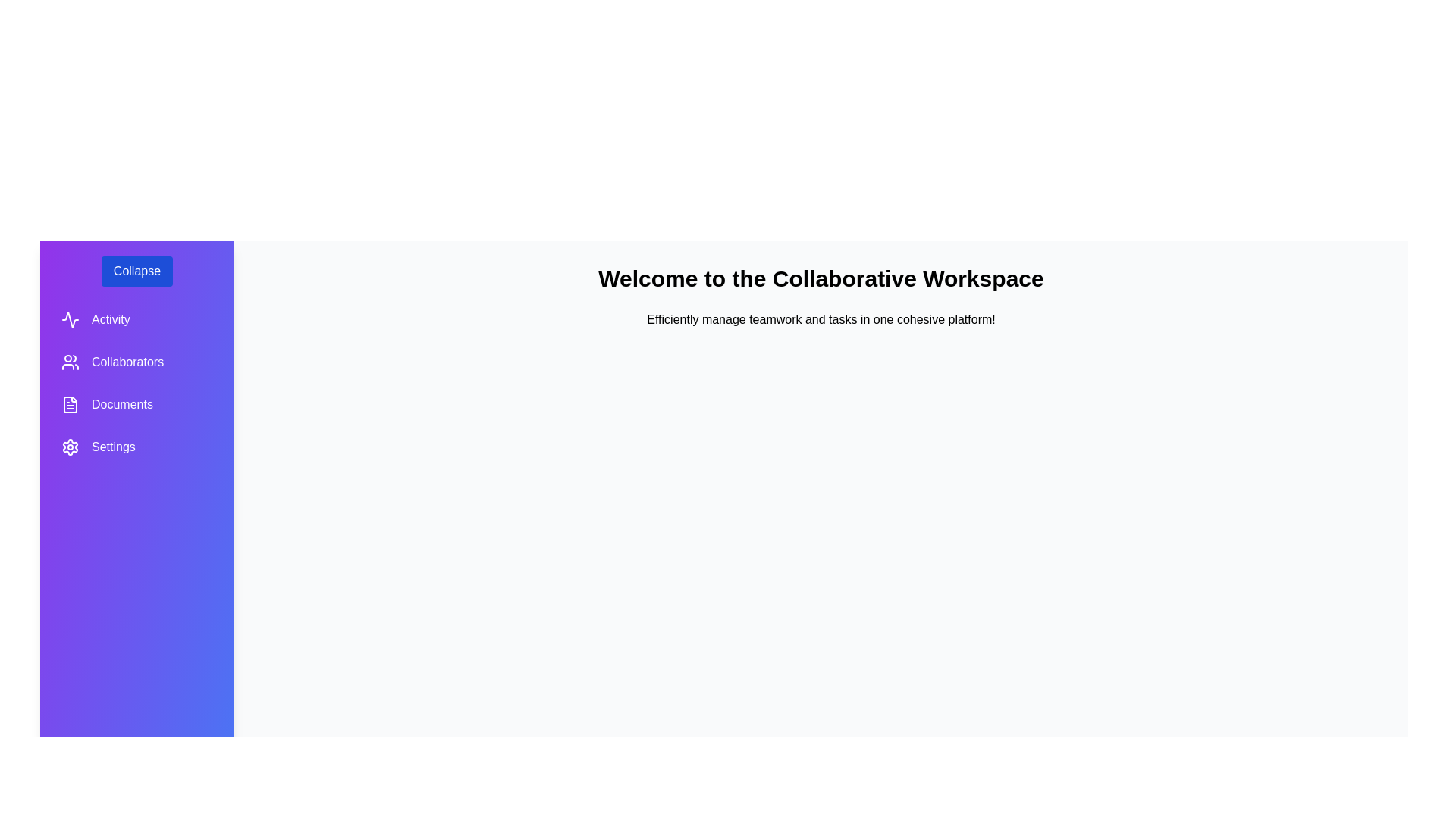 The image size is (1456, 819). Describe the element at coordinates (821, 318) in the screenshot. I see `the non-interactive element labeled Efficiently manage teamwork and tasks in one cohesive platform!` at that location.